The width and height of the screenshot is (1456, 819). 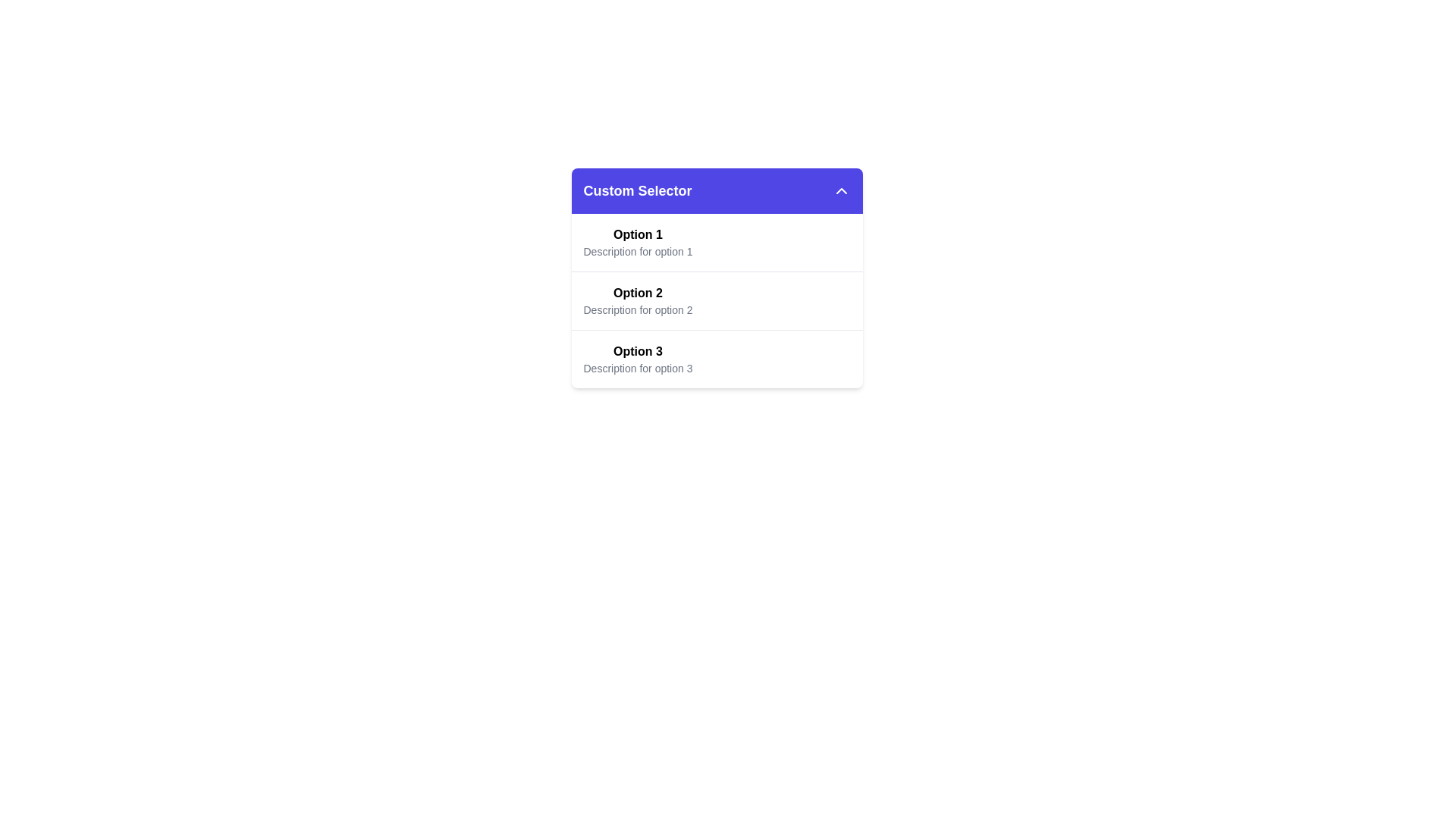 What do you see at coordinates (638, 301) in the screenshot?
I see `the text block element displaying 'Option 2' under the 'Custom Selector' dropdown` at bounding box center [638, 301].